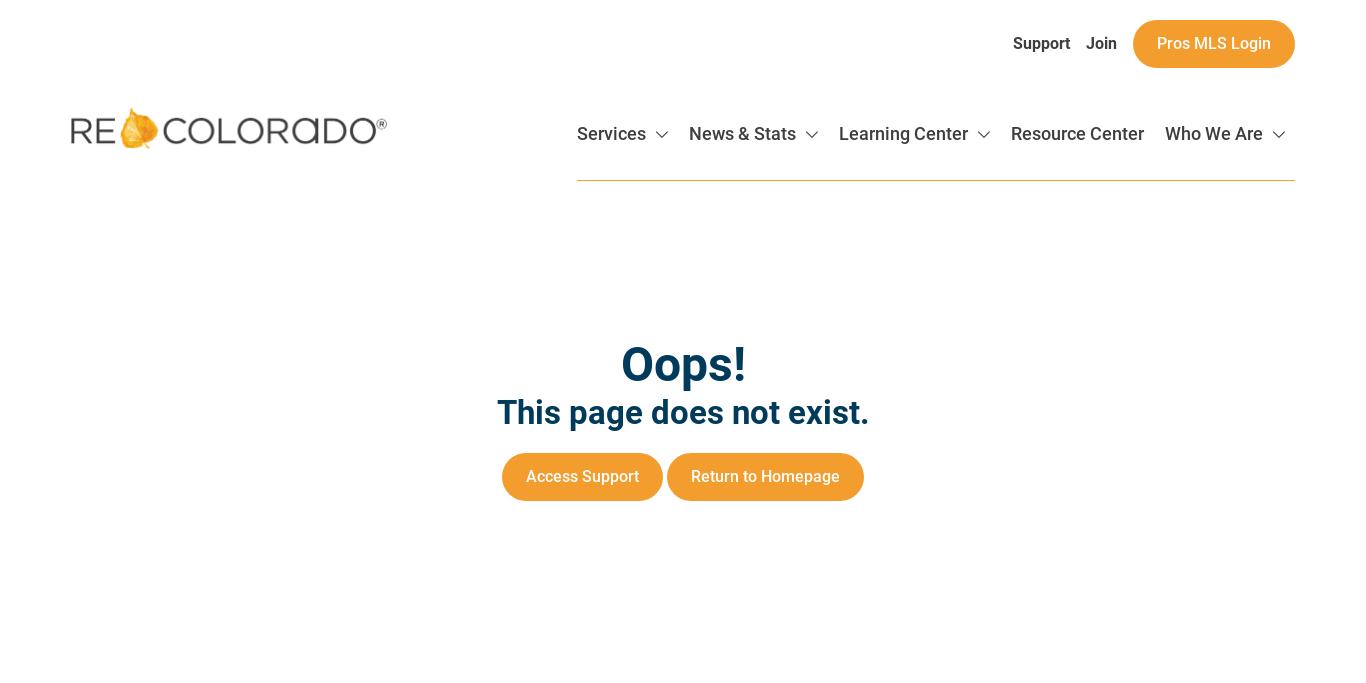  Describe the element at coordinates (1121, 212) in the screenshot. I see `'About REcolorado'` at that location.